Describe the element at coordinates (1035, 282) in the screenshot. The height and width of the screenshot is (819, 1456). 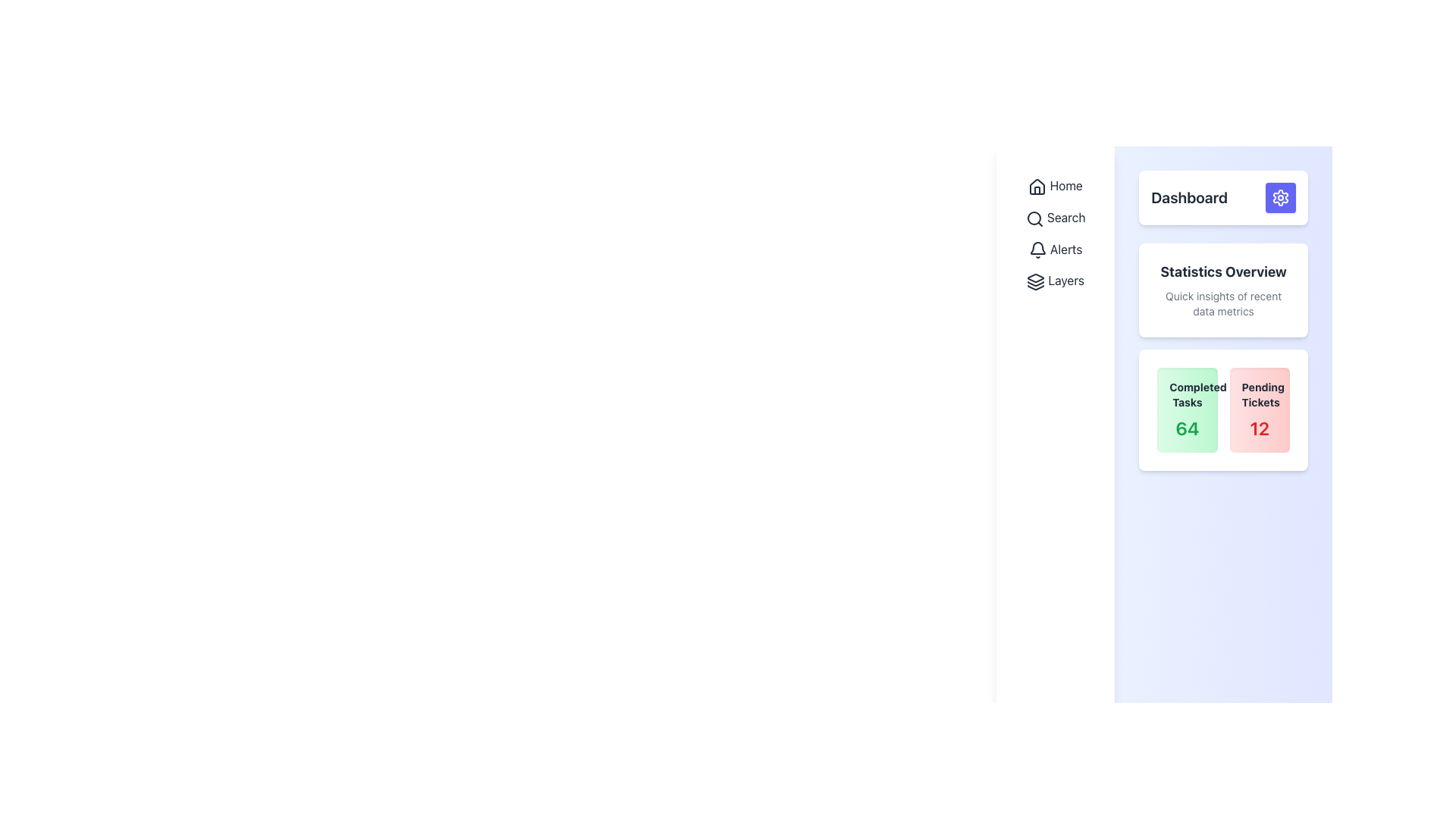
I see `the 'Layers' icon located in the left sidebar menu, which is the fourth icon in a vertical sequence following 'Home', 'Search', and 'Alerts'` at that location.